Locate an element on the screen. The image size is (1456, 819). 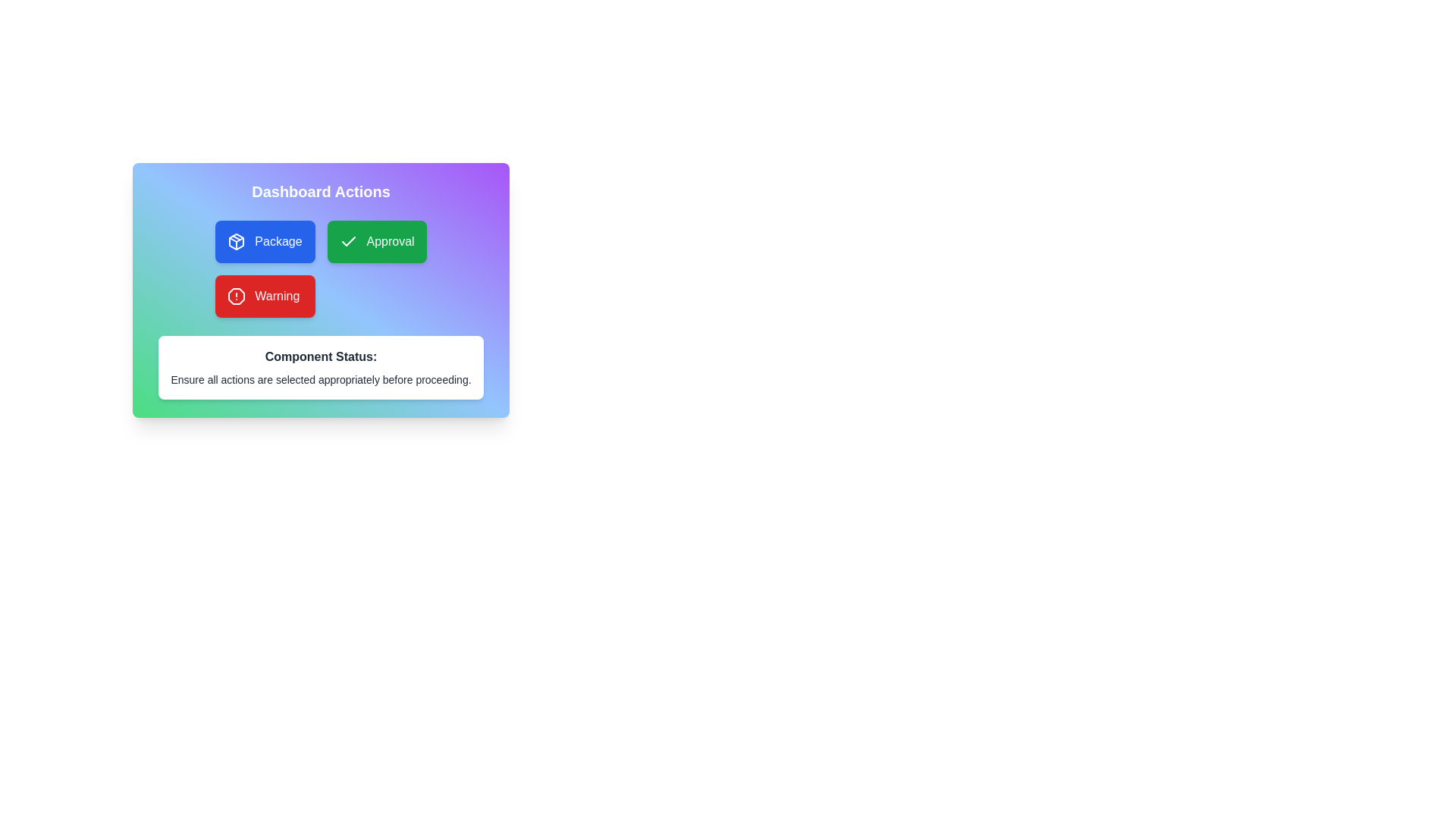
the 'Package' button located under the 'Dashboard Actions' header is located at coordinates (265, 241).